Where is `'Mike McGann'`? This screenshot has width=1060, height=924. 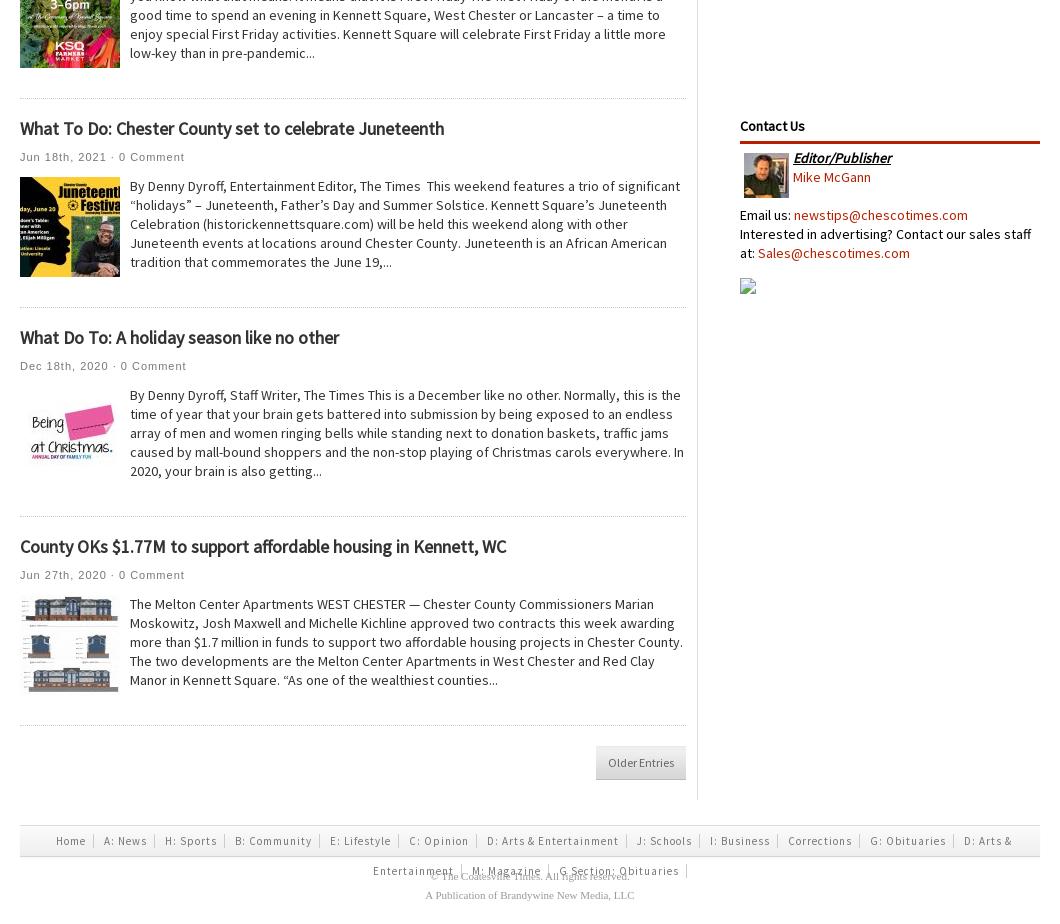
'Mike McGann' is located at coordinates (831, 177).